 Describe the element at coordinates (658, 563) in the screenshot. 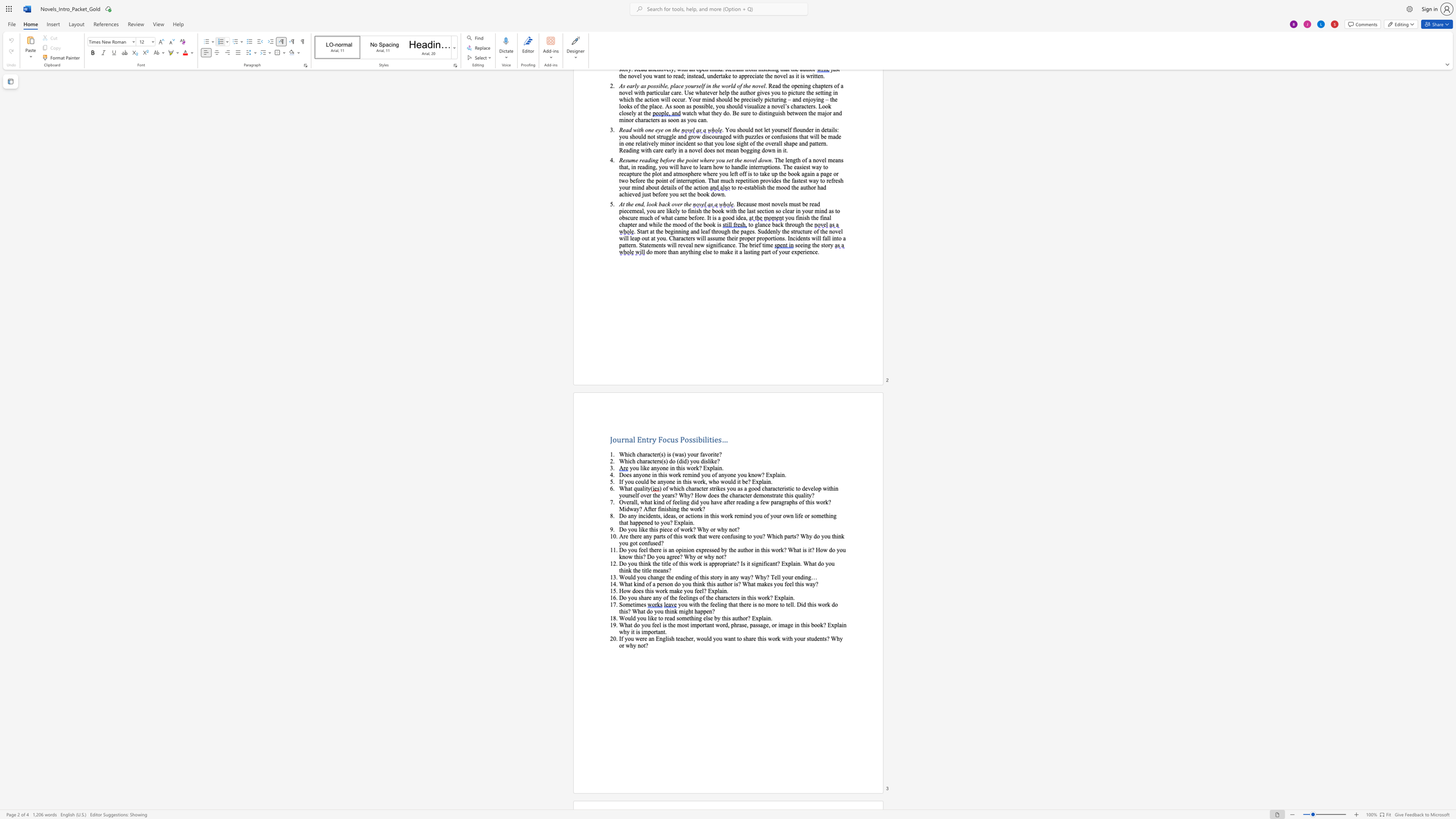

I see `the 1th character "e" in the text` at that location.